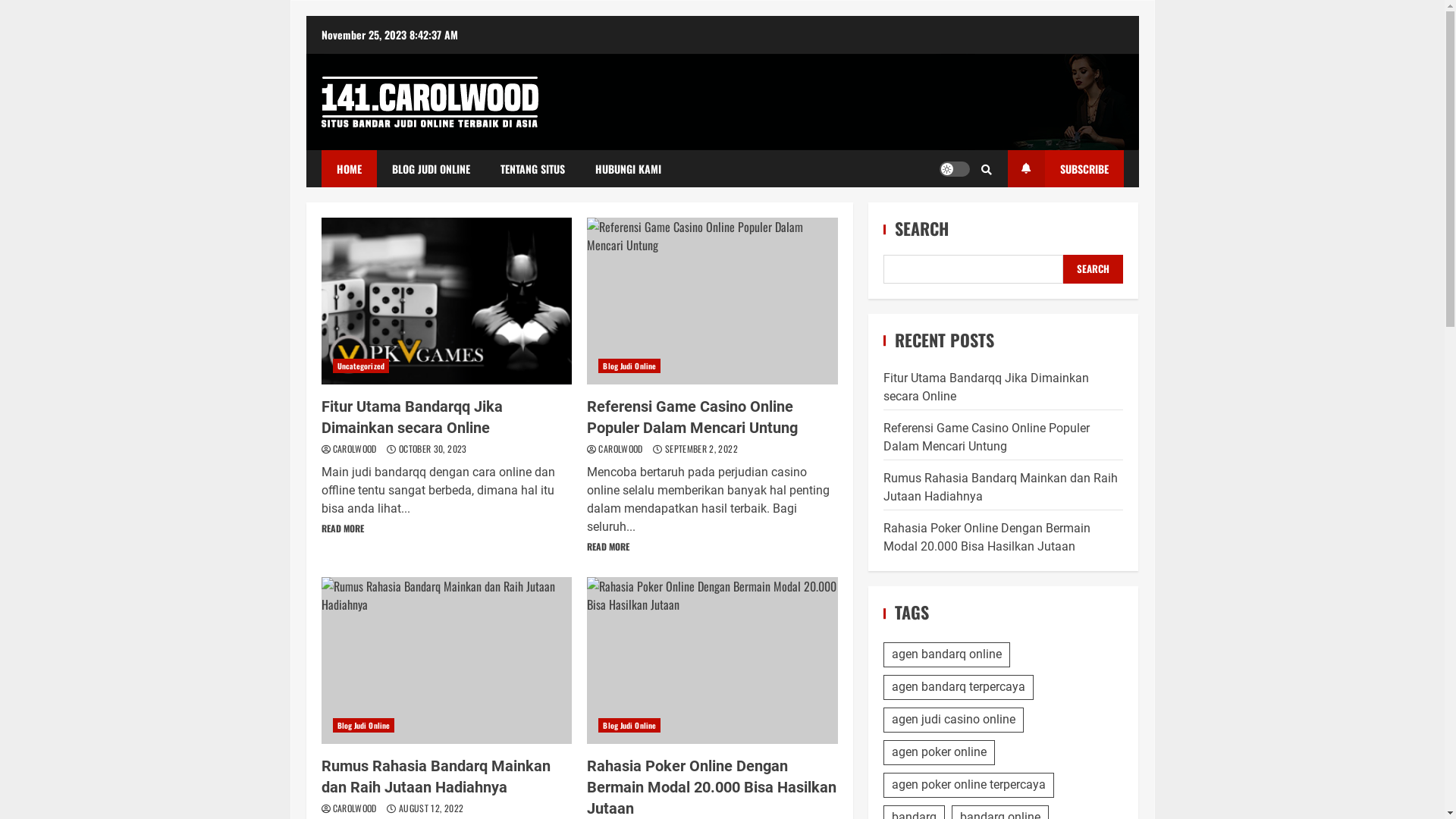 The image size is (1456, 819). Describe the element at coordinates (1064, 168) in the screenshot. I see `'SUBSCRIBE'` at that location.